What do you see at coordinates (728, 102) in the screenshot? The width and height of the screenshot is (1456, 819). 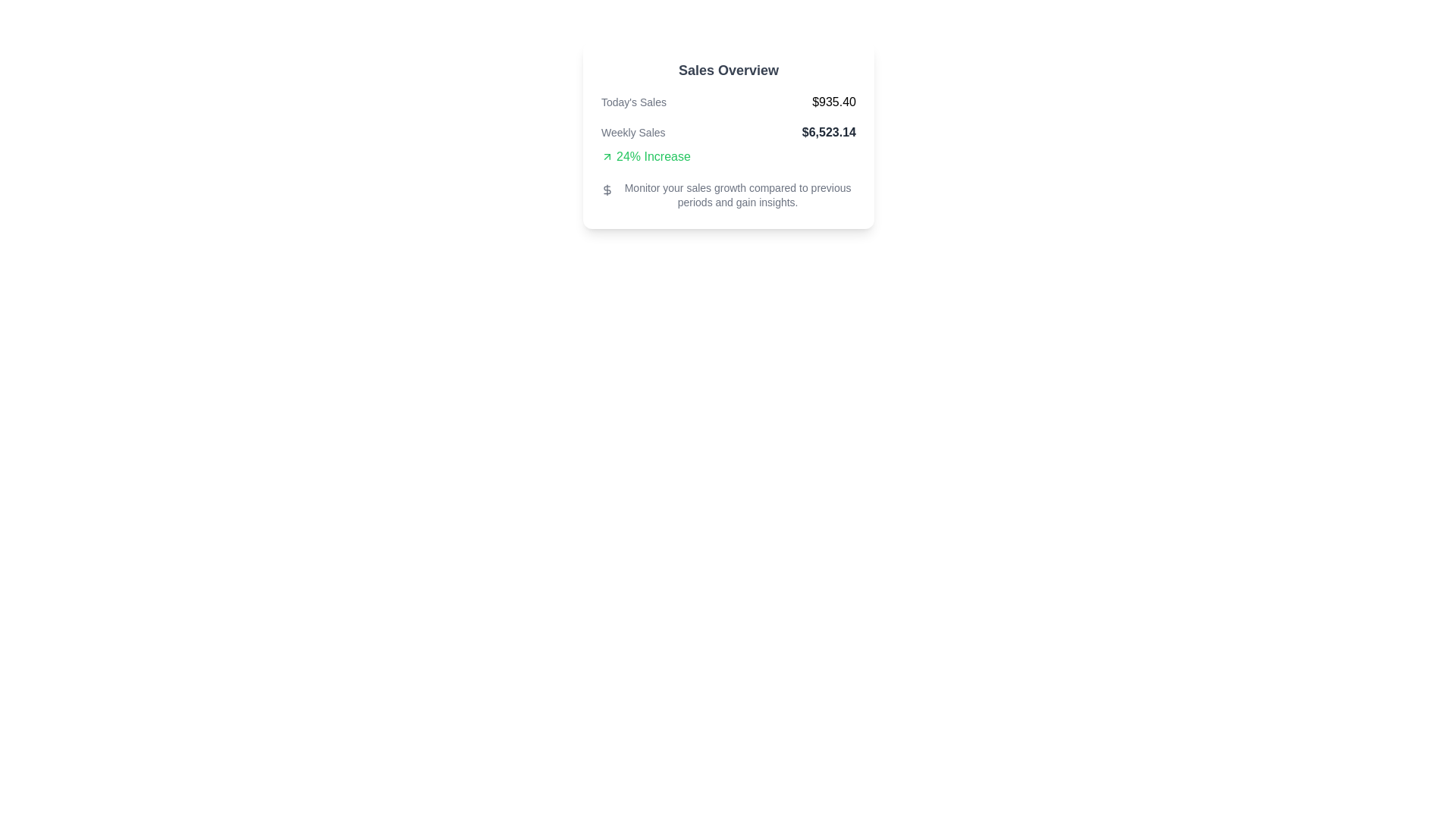 I see `information displayed in the 'Today's Sales' section, which shows the dollar amount '$935.40'` at bounding box center [728, 102].